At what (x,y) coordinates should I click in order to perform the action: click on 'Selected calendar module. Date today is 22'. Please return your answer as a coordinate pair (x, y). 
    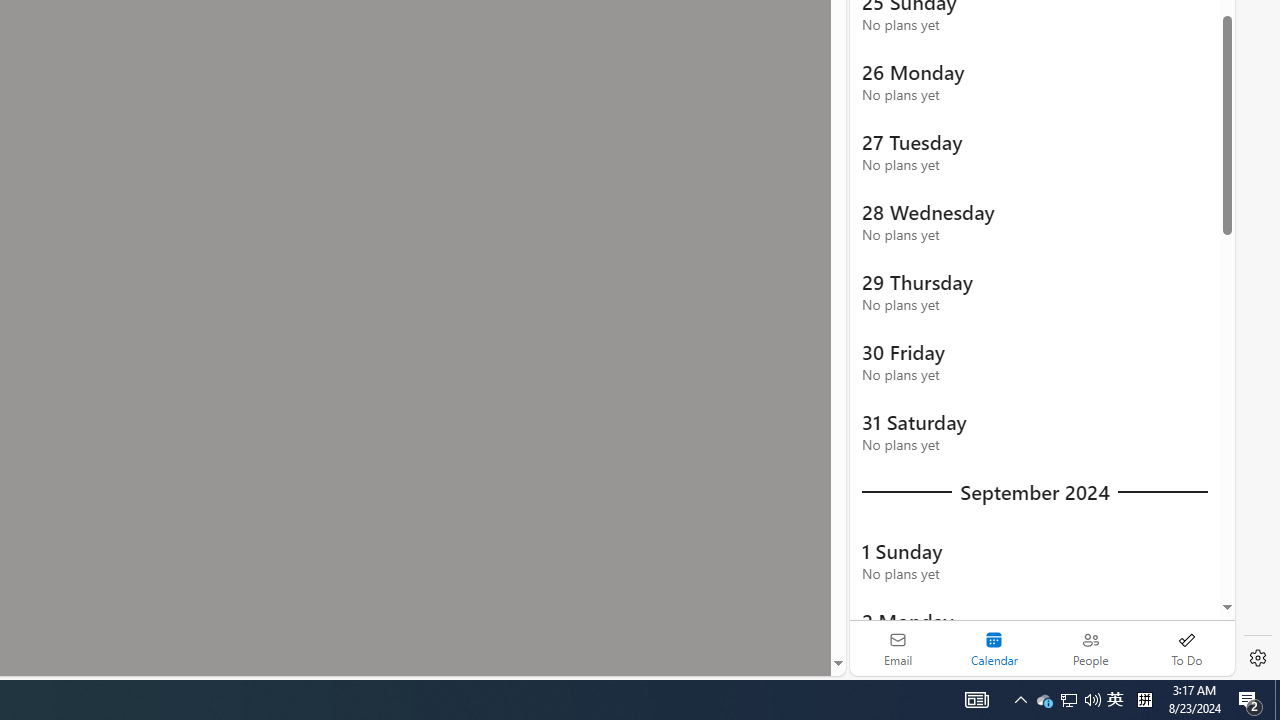
    Looking at the image, I should click on (994, 648).